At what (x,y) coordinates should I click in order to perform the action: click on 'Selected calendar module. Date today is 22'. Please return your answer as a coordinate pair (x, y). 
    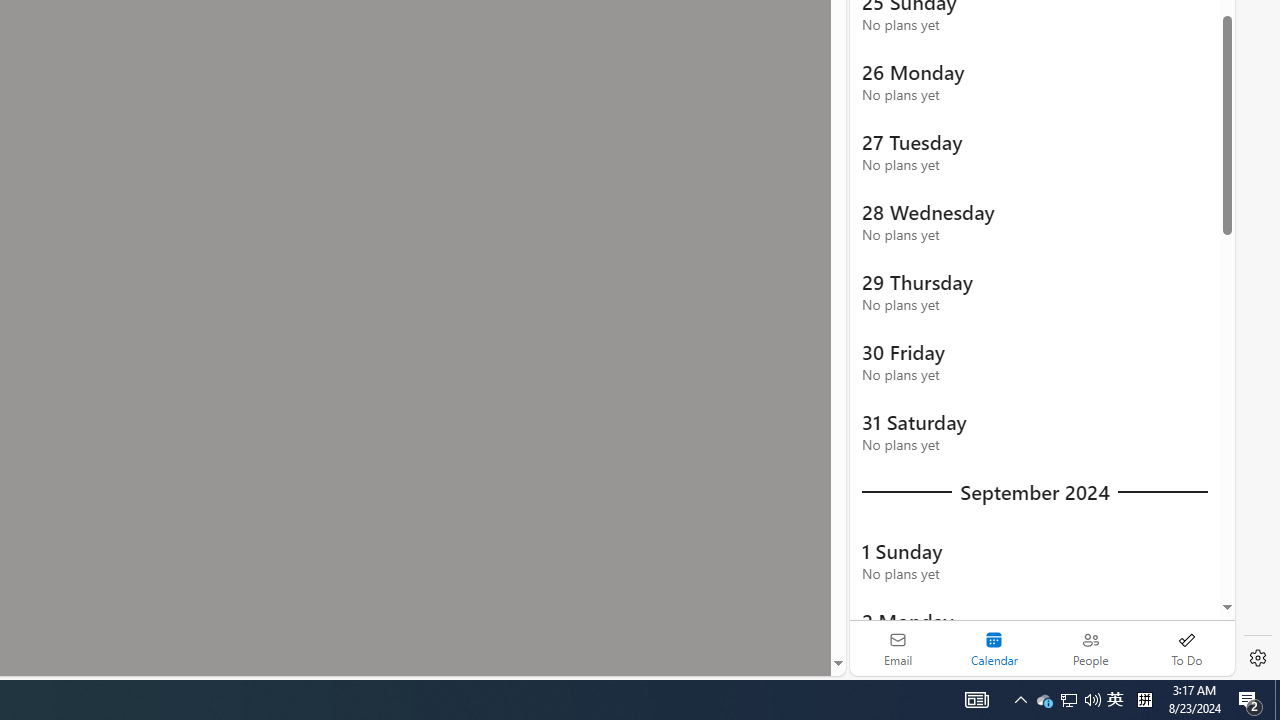
    Looking at the image, I should click on (994, 648).